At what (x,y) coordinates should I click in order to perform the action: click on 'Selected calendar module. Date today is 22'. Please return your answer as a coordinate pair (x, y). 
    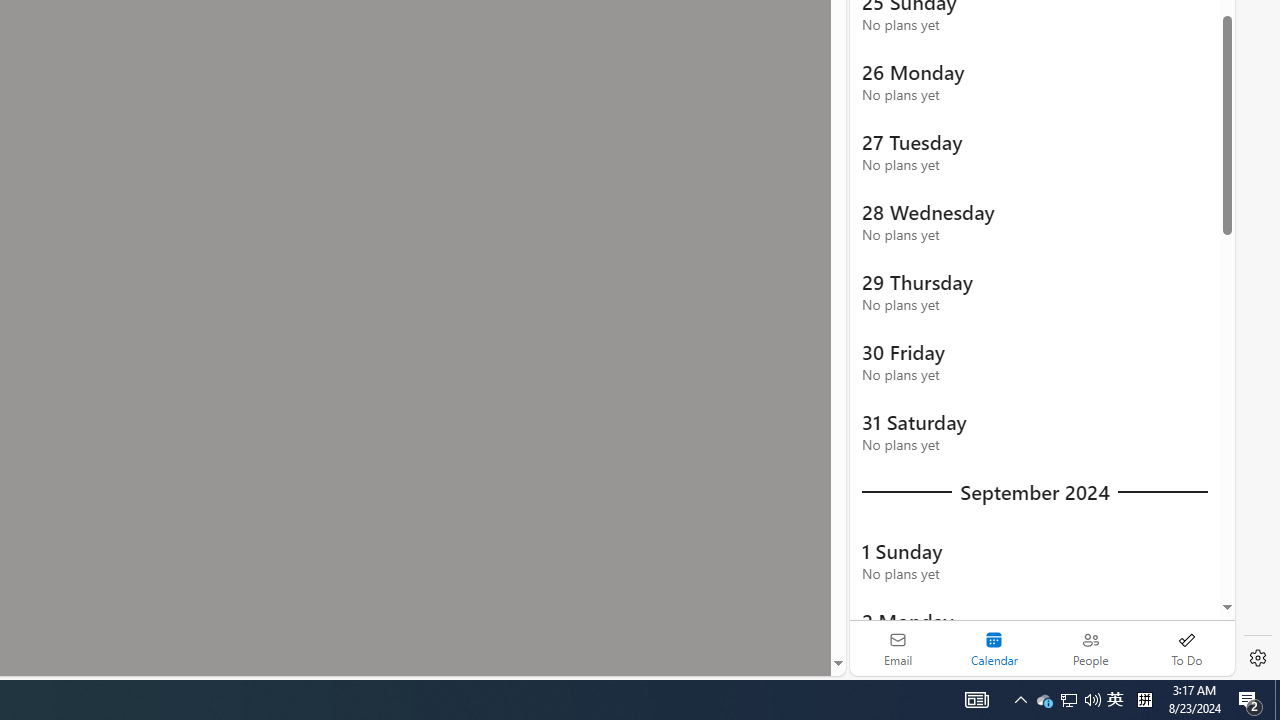
    Looking at the image, I should click on (994, 648).